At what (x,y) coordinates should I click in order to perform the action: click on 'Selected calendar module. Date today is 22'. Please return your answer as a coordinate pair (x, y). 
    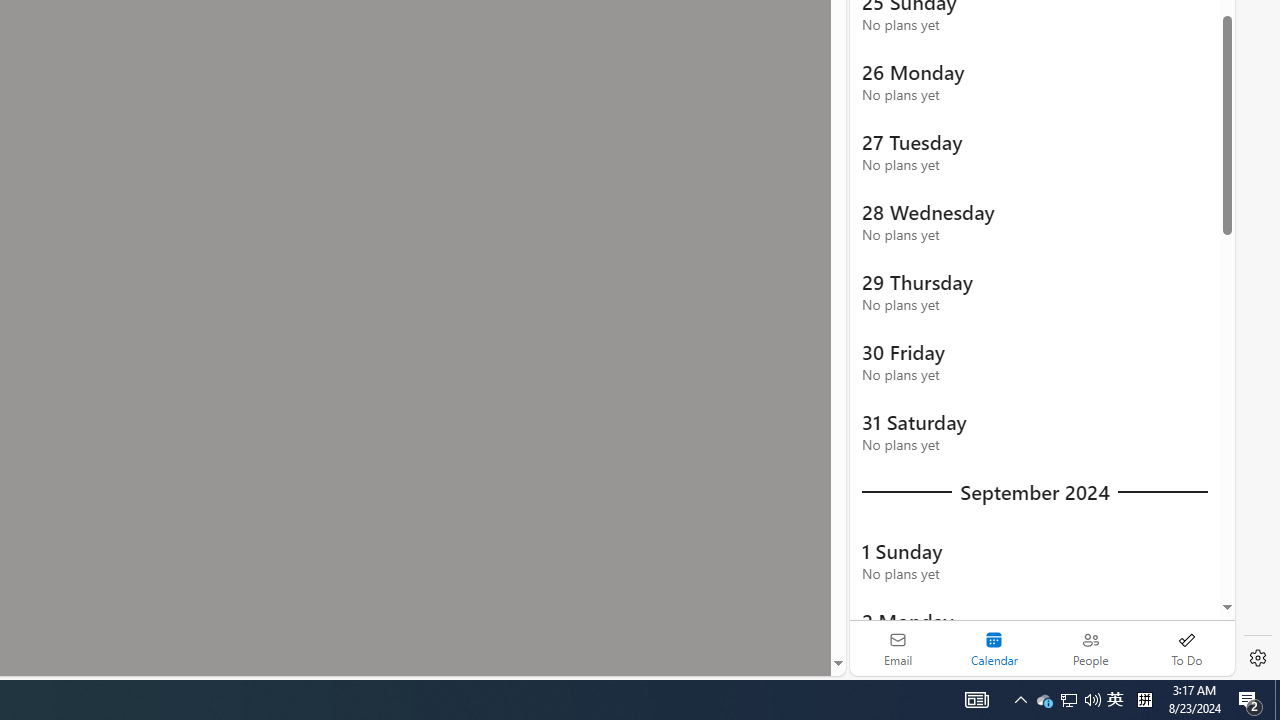
    Looking at the image, I should click on (994, 648).